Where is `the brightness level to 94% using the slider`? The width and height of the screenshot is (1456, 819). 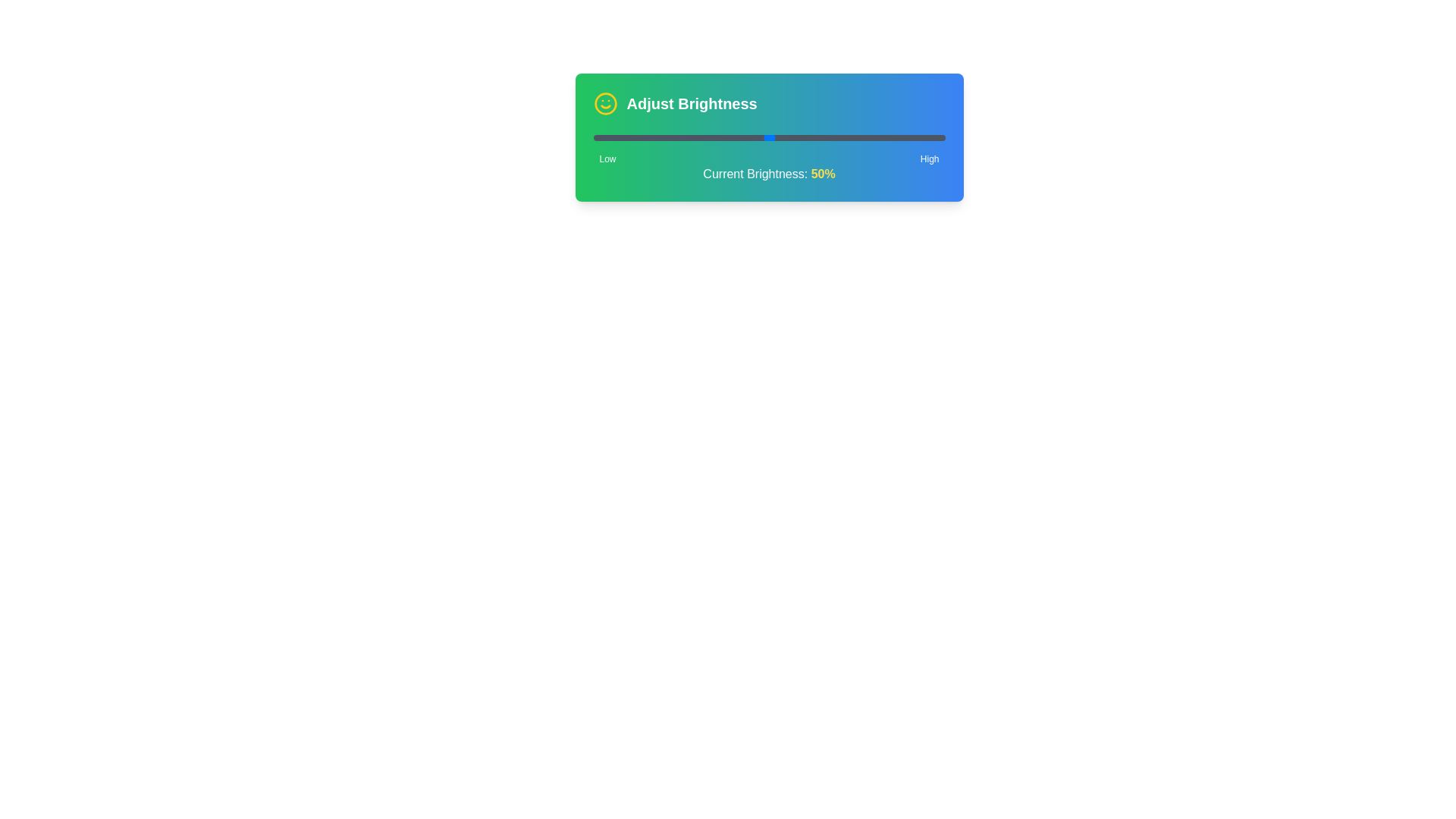 the brightness level to 94% using the slider is located at coordinates (923, 137).